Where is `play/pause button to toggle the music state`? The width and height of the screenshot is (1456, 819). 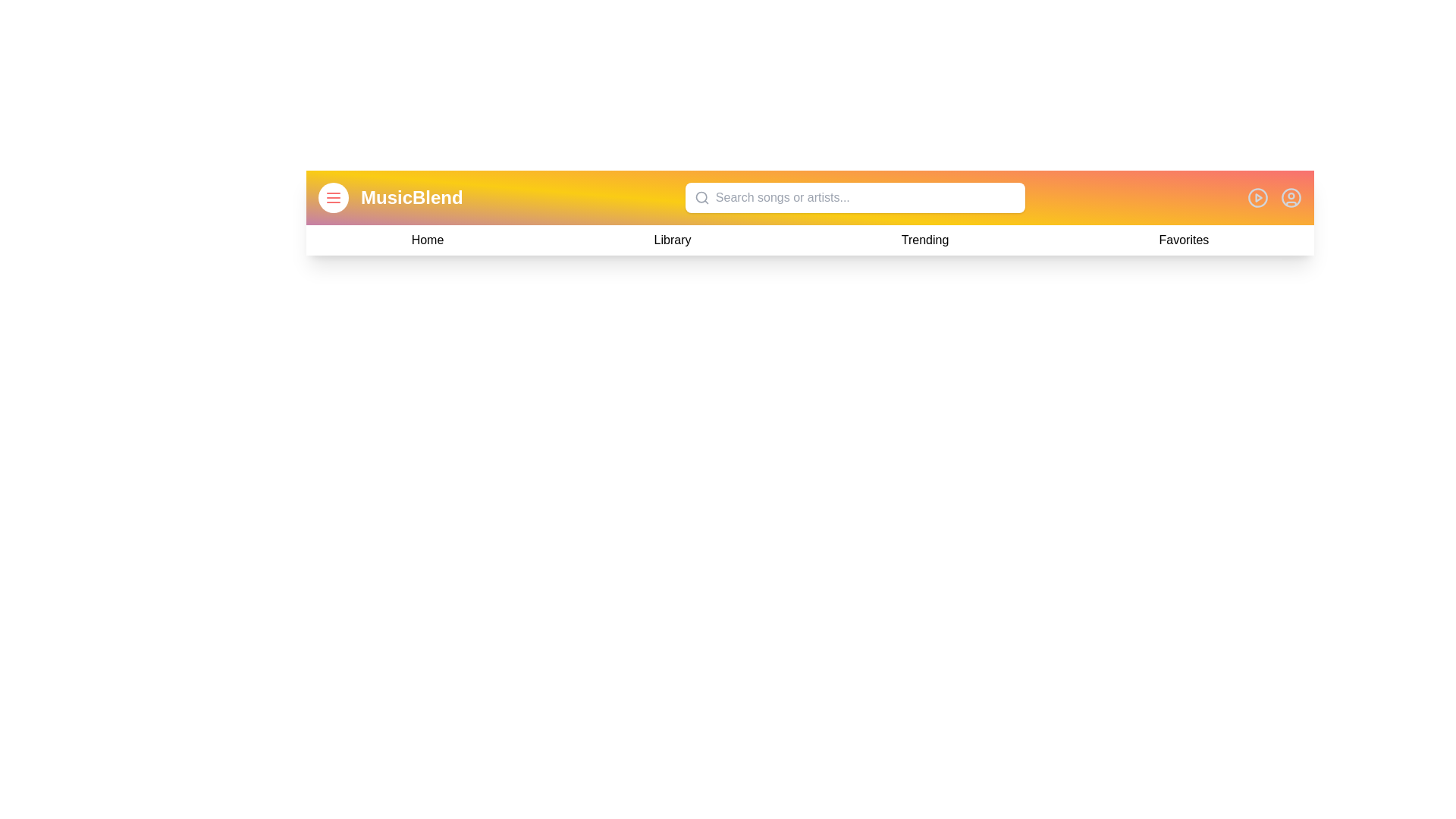
play/pause button to toggle the music state is located at coordinates (1258, 197).